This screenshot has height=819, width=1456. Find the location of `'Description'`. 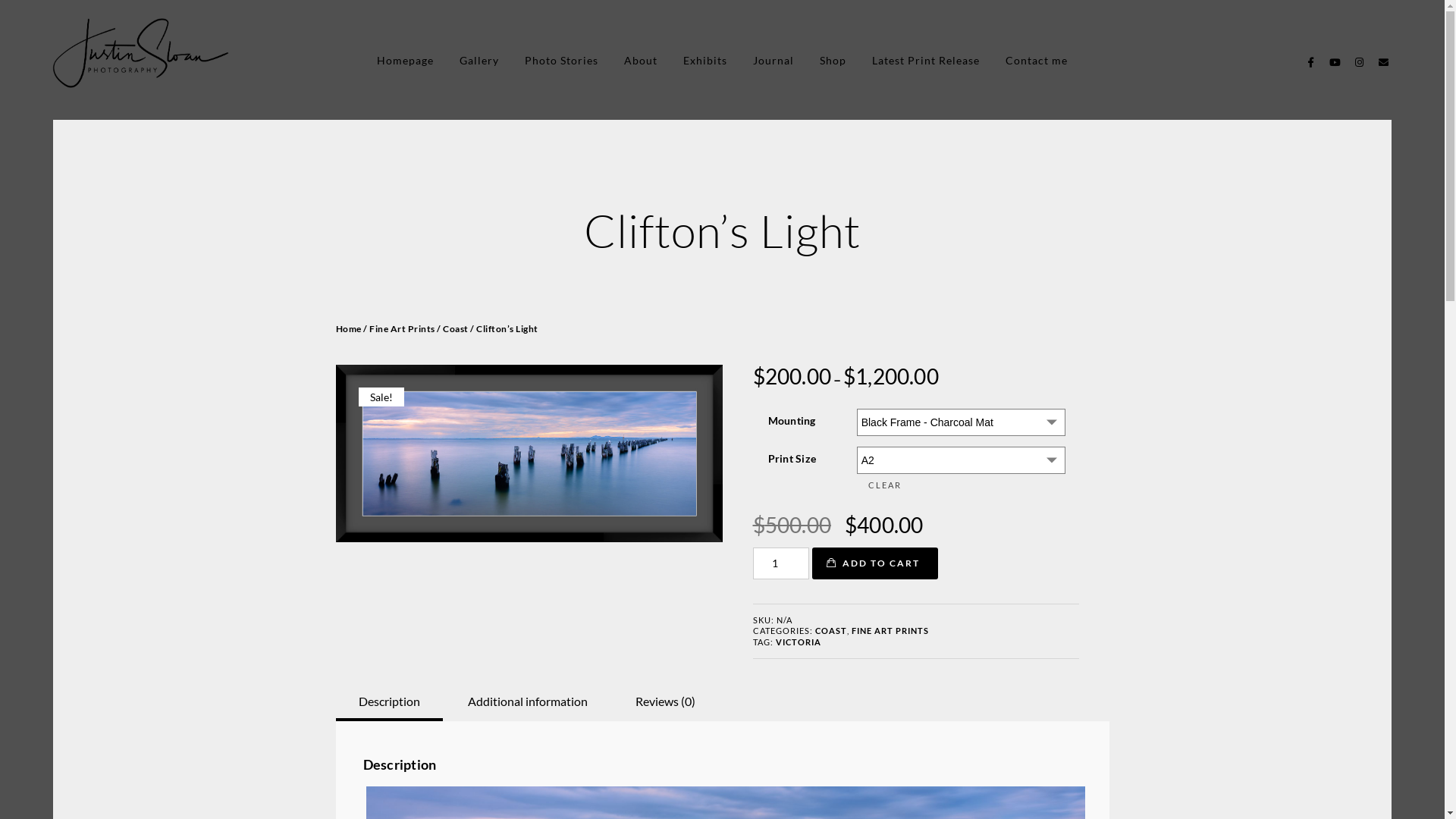

'Description' is located at coordinates (356, 701).